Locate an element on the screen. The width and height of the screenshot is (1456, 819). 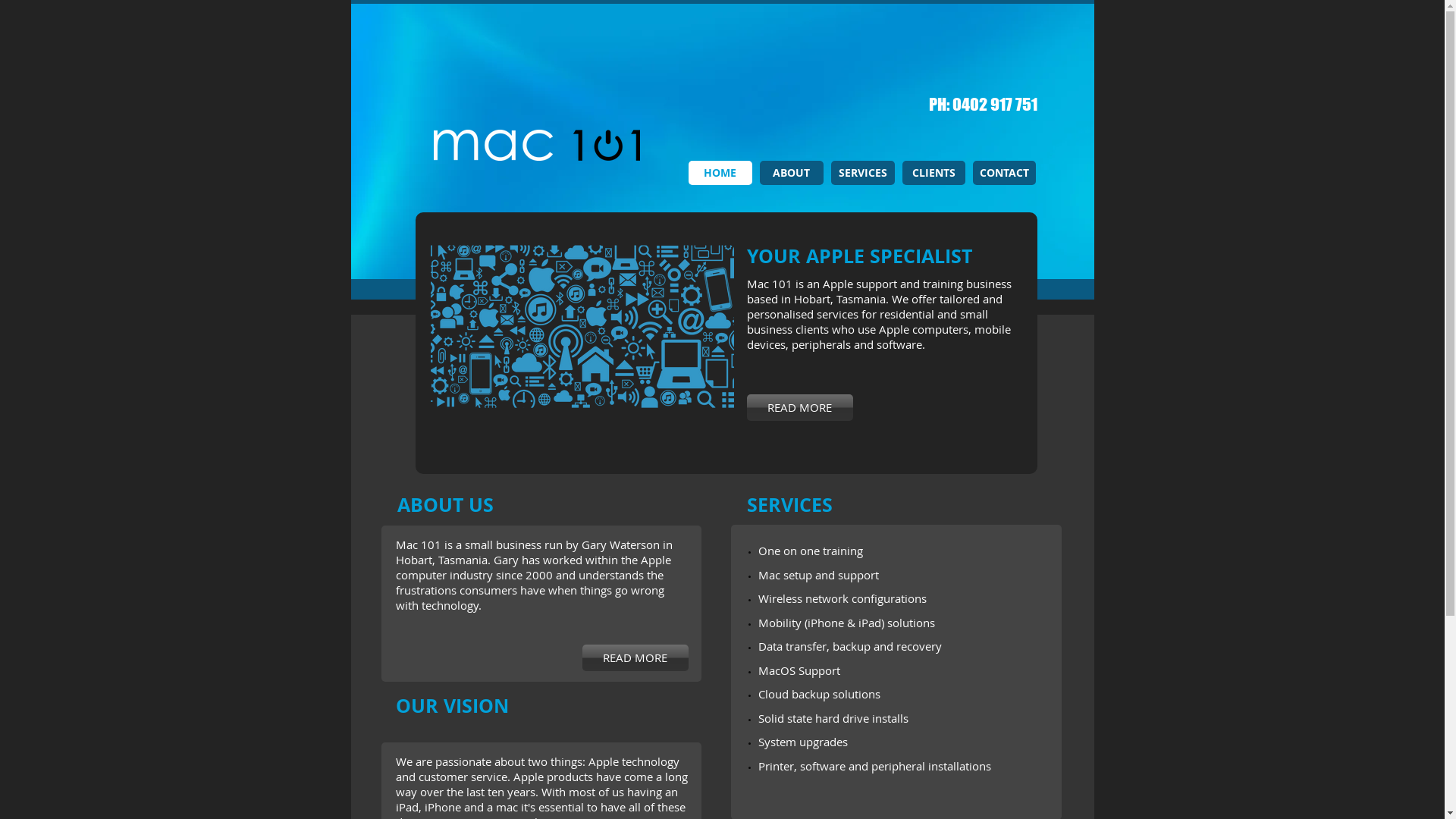
'CLIENTS' is located at coordinates (933, 171).